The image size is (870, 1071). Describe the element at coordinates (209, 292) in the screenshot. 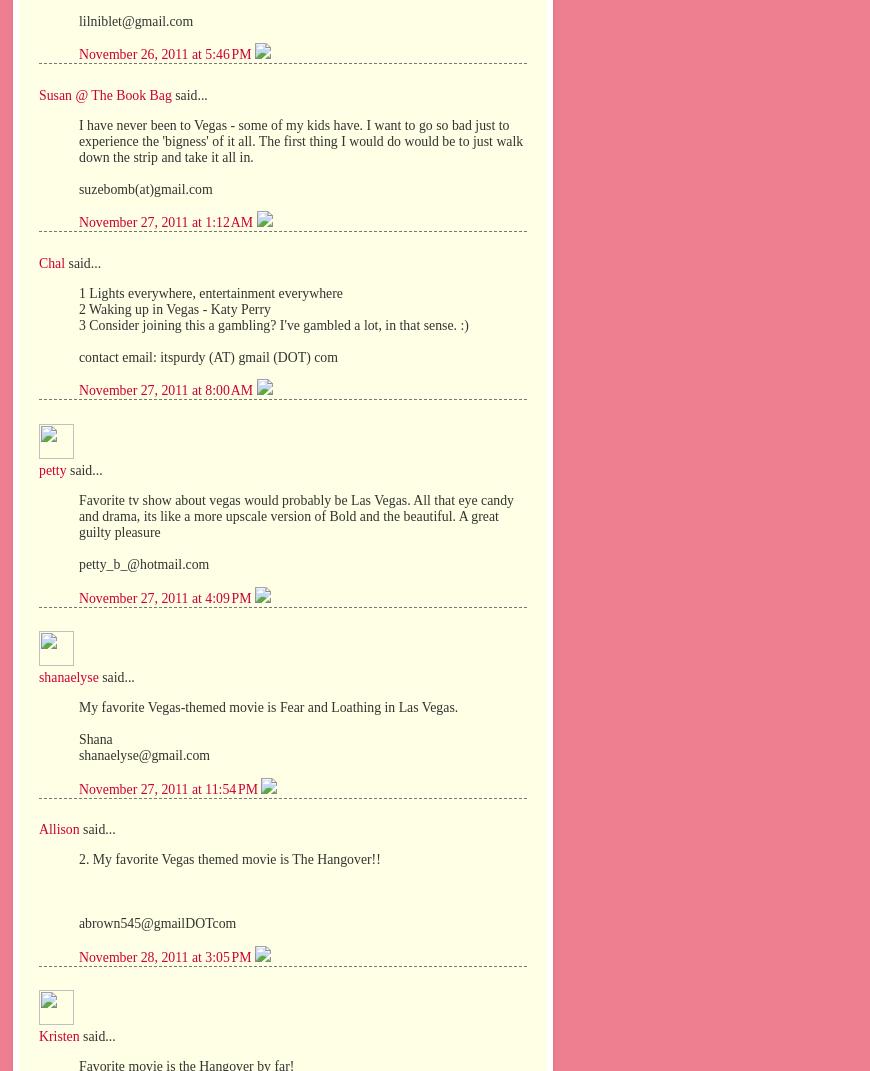

I see `'1 Lights everywhere, entertainment everywhere'` at that location.